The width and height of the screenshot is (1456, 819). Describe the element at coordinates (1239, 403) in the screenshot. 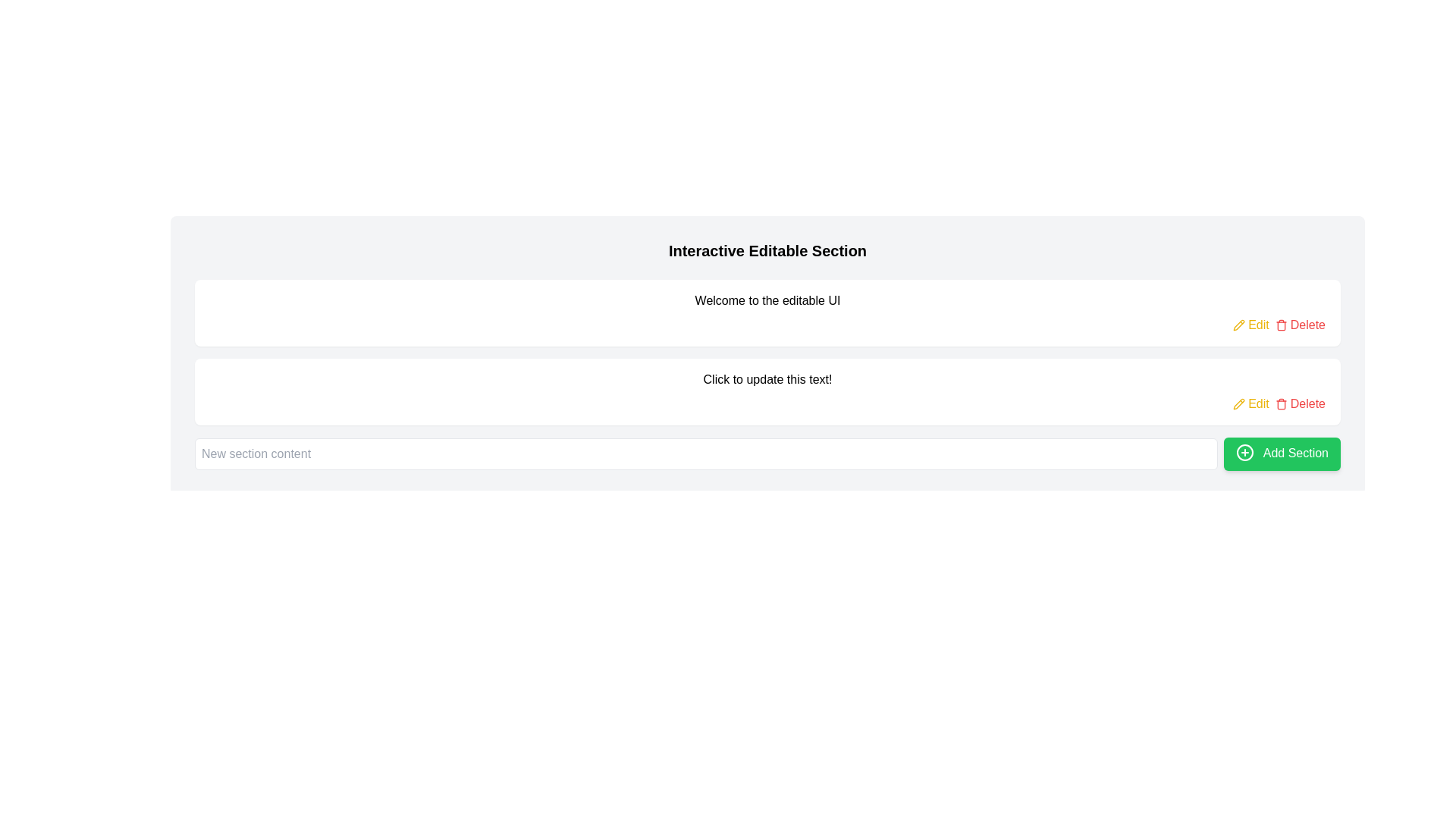

I see `the edit icon located in the top-right of the second editable text section` at that location.